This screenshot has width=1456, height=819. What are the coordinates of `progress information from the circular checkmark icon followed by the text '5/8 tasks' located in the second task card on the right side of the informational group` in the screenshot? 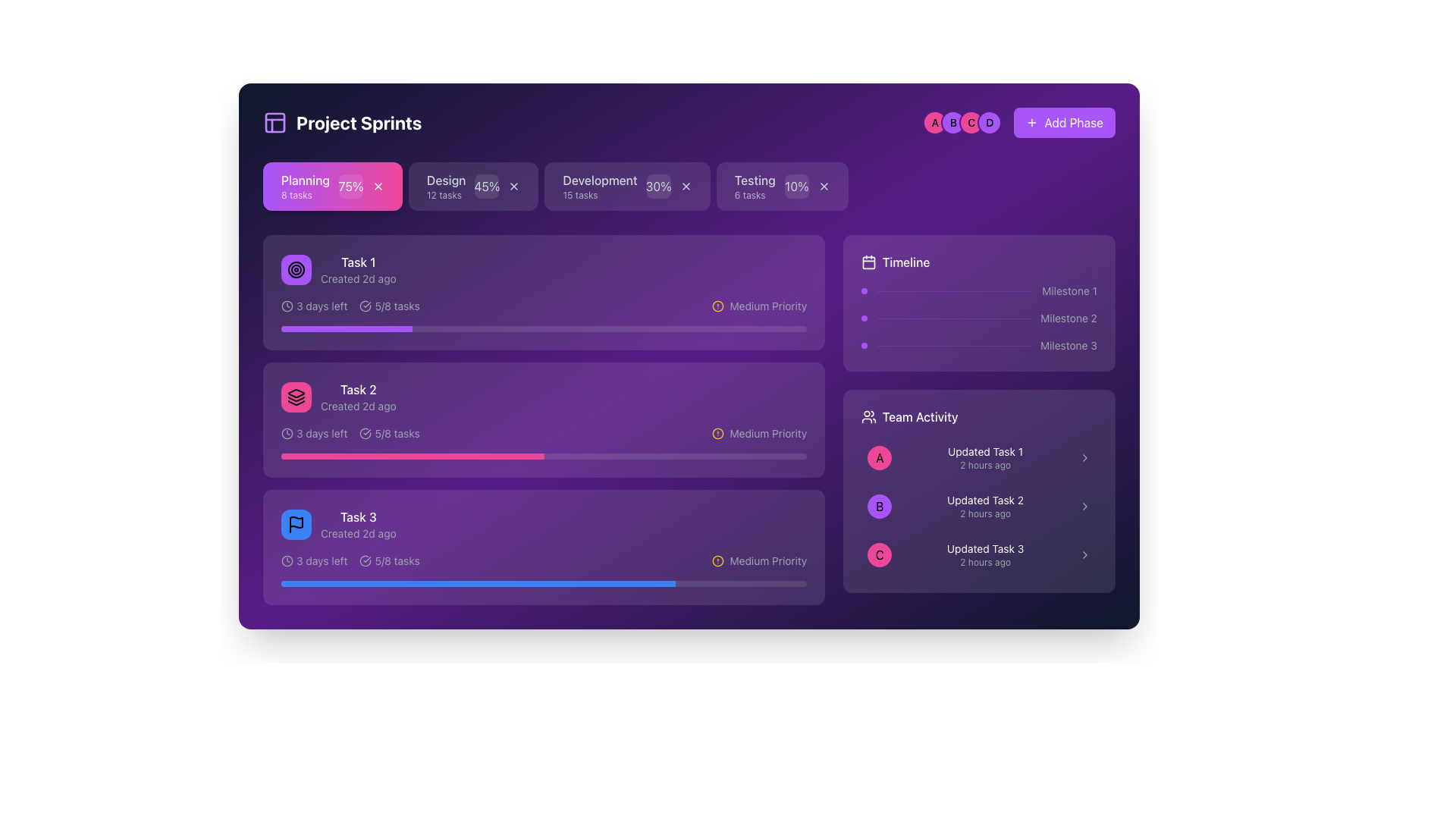 It's located at (390, 433).